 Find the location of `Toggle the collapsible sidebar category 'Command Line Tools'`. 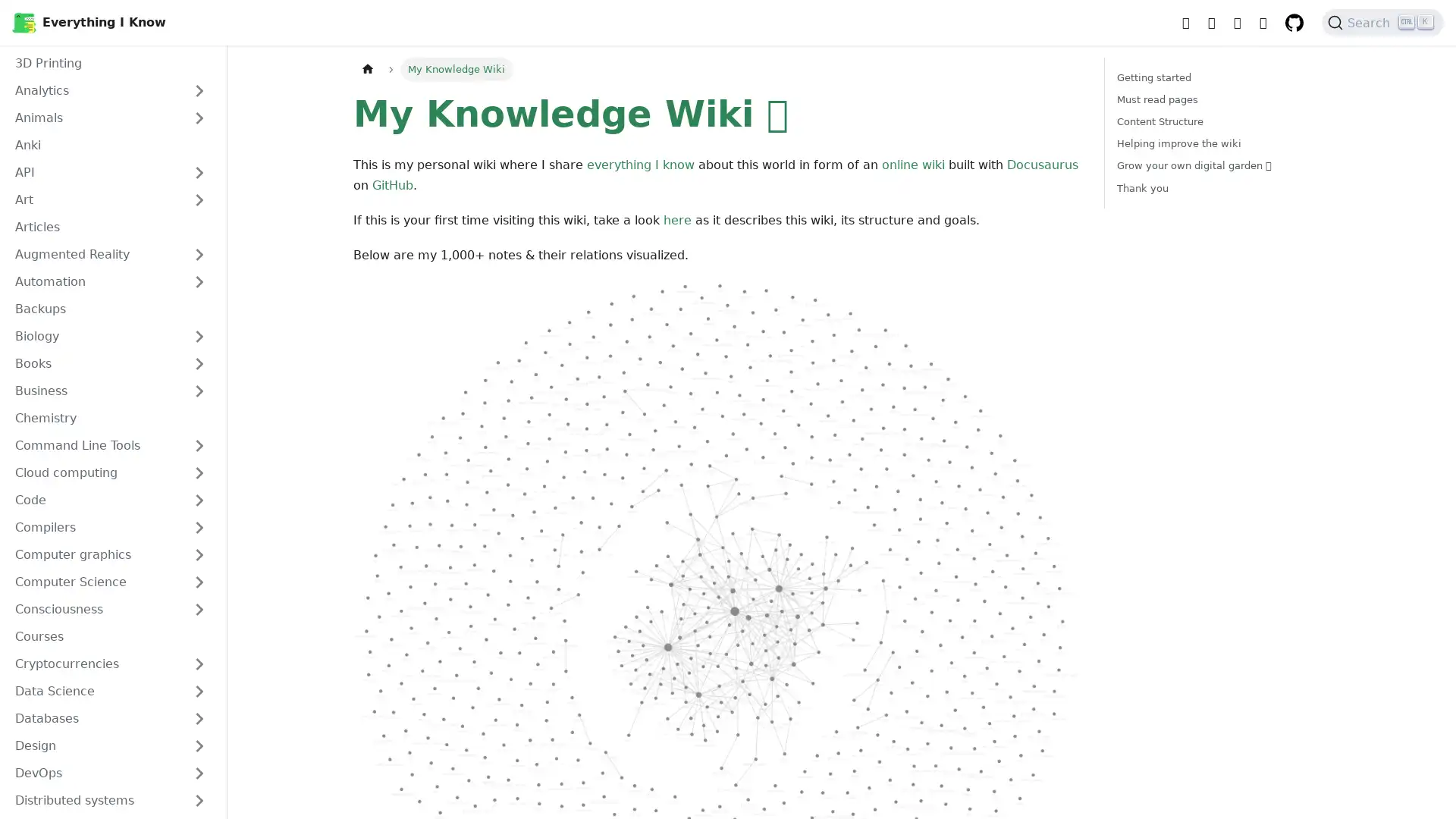

Toggle the collapsible sidebar category 'Command Line Tools' is located at coordinates (199, 444).